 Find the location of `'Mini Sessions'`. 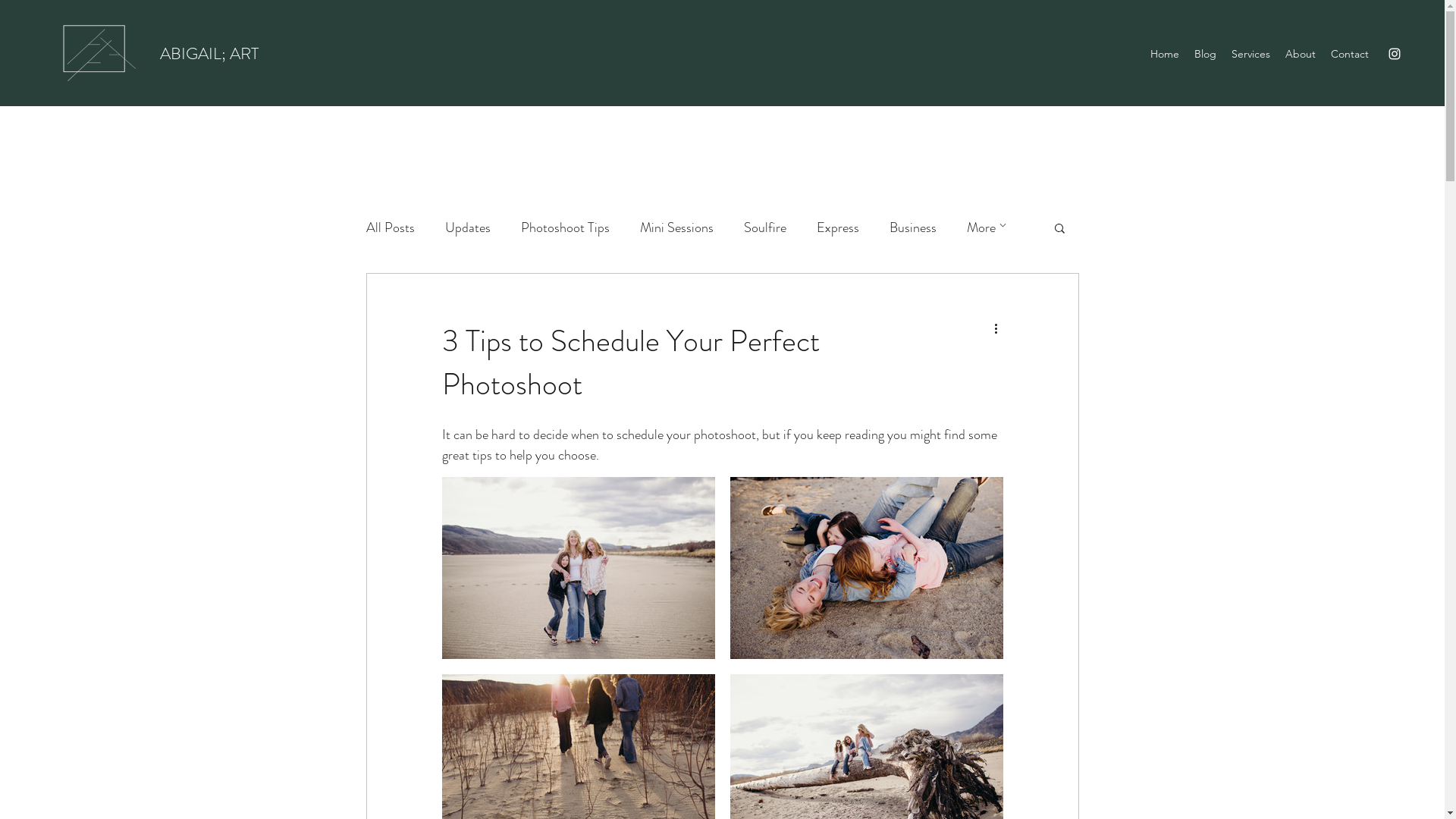

'Mini Sessions' is located at coordinates (676, 227).